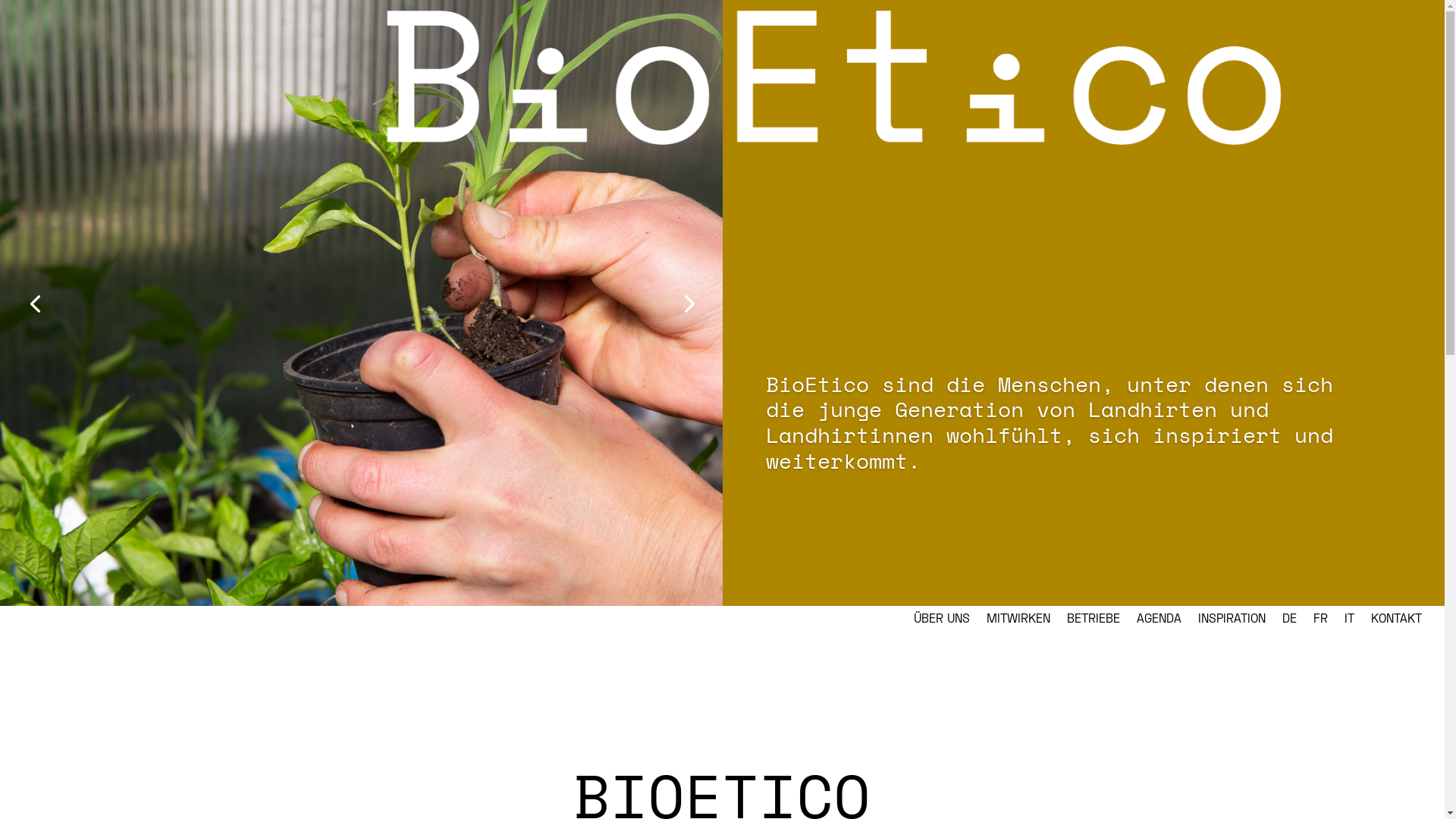 The image size is (1456, 819). What do you see at coordinates (1319, 620) in the screenshot?
I see `'FR'` at bounding box center [1319, 620].